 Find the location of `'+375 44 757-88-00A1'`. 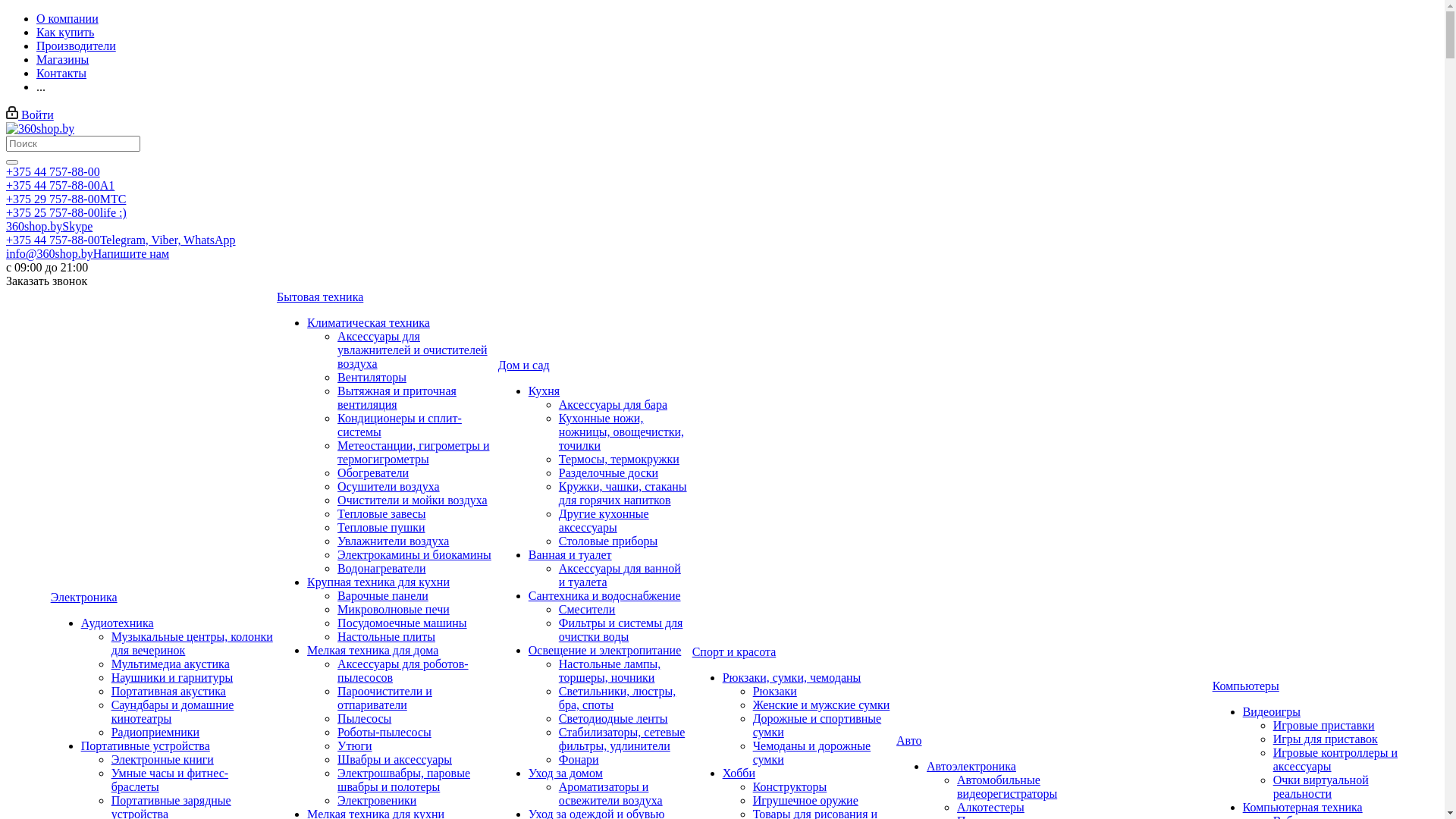

'+375 44 757-88-00A1' is located at coordinates (60, 184).